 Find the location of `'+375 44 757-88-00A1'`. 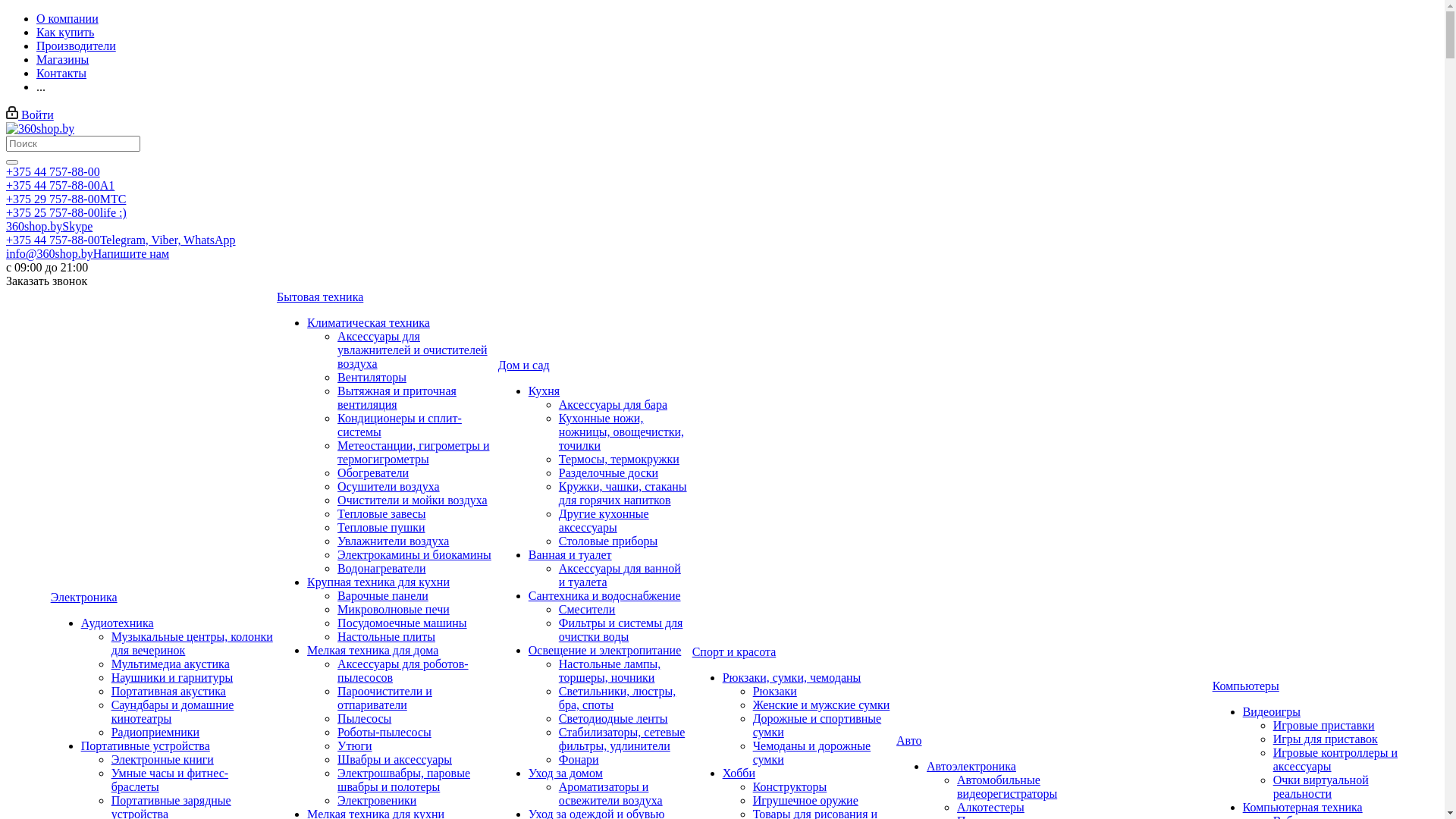

'+375 44 757-88-00A1' is located at coordinates (60, 184).